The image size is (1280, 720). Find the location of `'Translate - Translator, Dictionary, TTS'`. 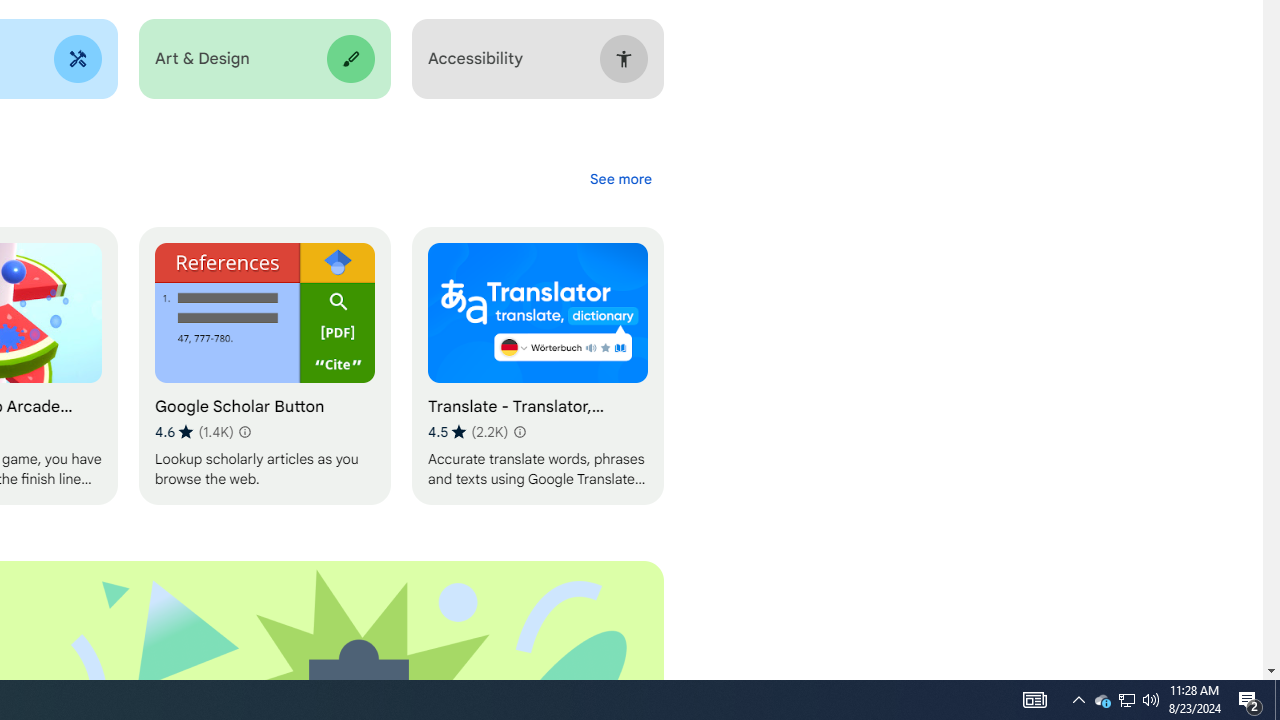

'Translate - Translator, Dictionary, TTS' is located at coordinates (537, 366).